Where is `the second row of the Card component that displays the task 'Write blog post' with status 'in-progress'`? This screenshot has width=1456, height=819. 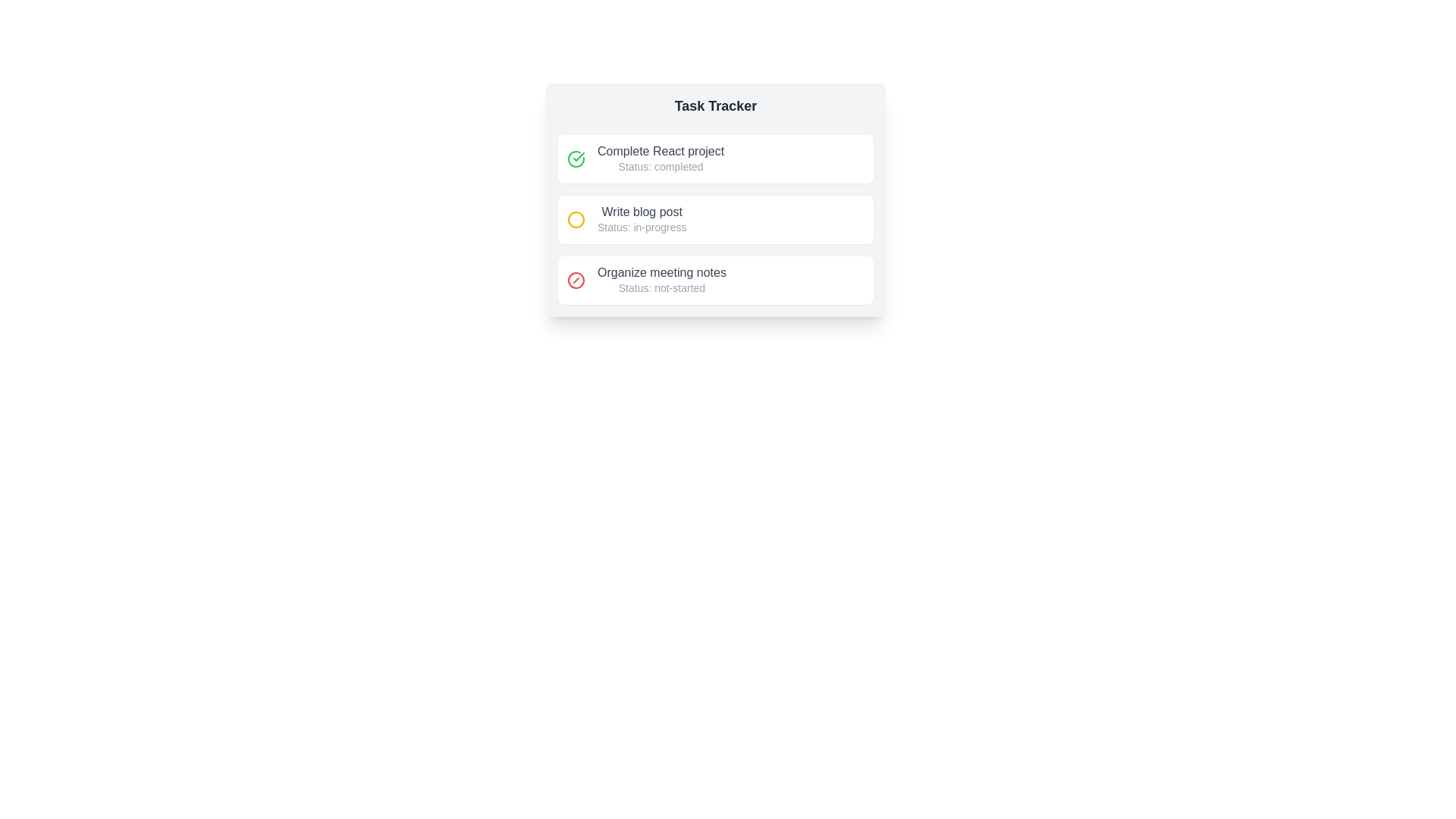
the second row of the Card component that displays the task 'Write blog post' with status 'in-progress' is located at coordinates (715, 199).